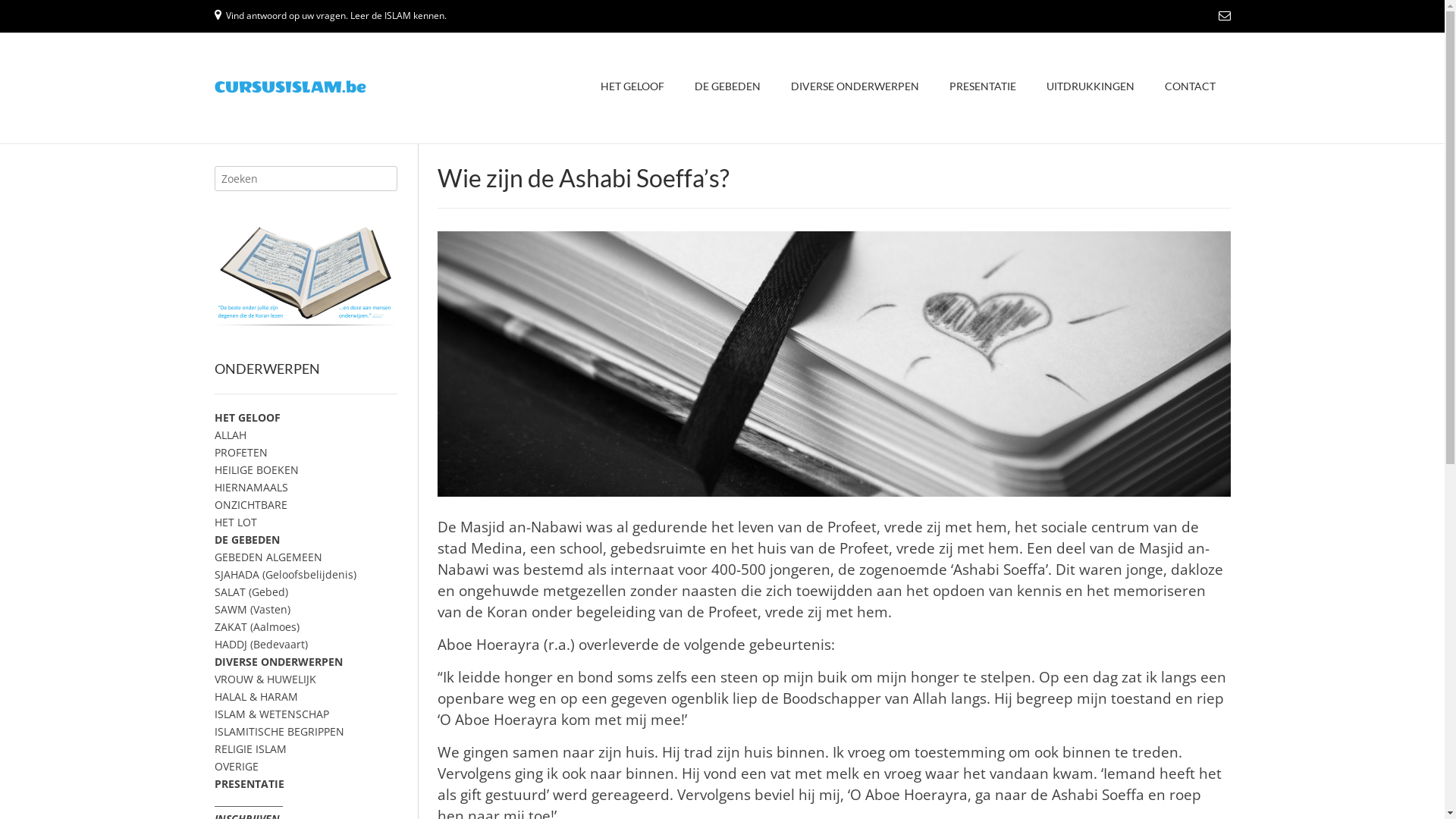  What do you see at coordinates (1223, 14) in the screenshot?
I see `'Send Us an Email'` at bounding box center [1223, 14].